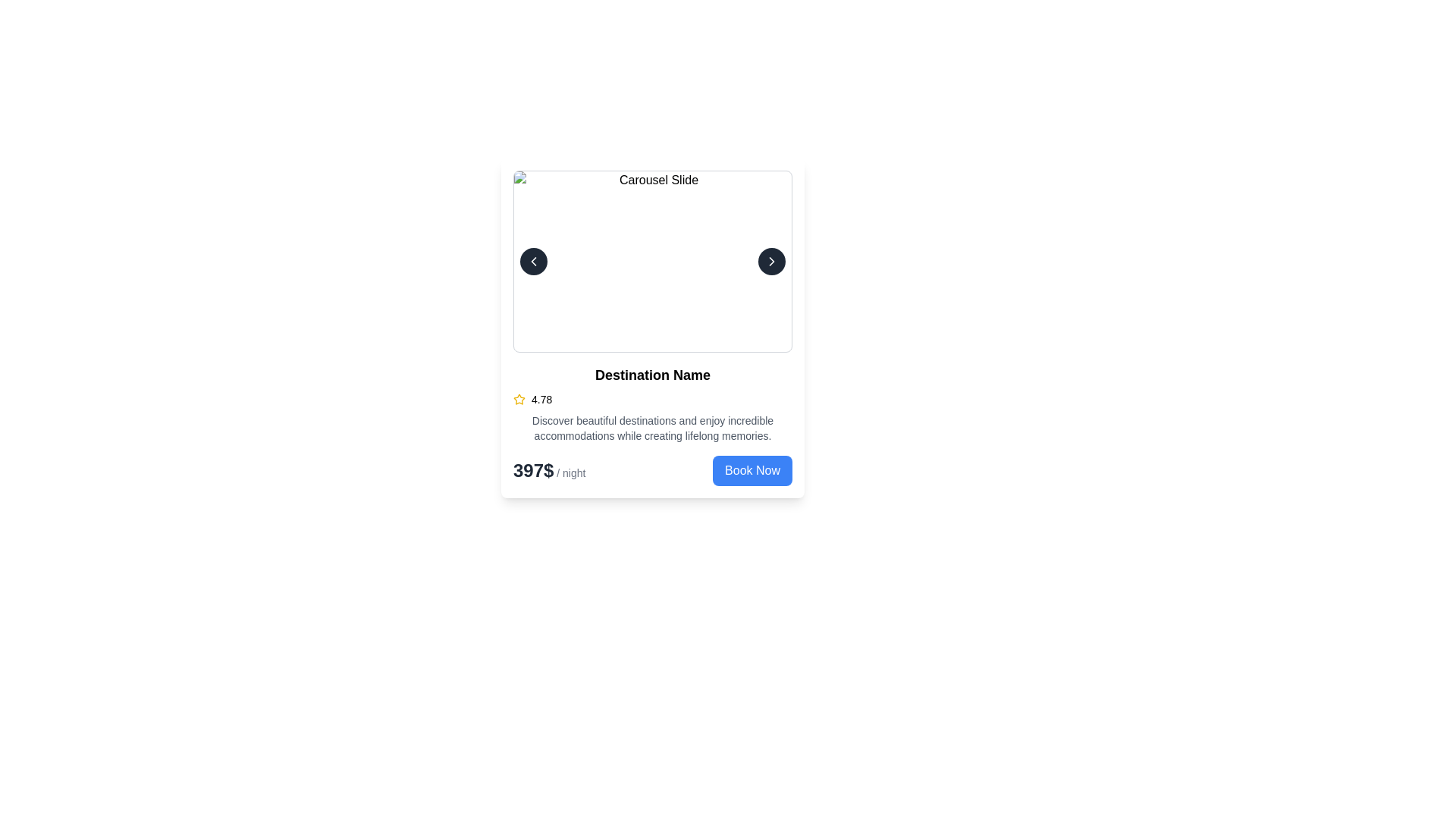 Image resolution: width=1456 pixels, height=819 pixels. What do you see at coordinates (519, 399) in the screenshot?
I see `the yellow star icon representing a rating indication, located below 'Destination Name' and to the left of the numeric rating '4.78'` at bounding box center [519, 399].